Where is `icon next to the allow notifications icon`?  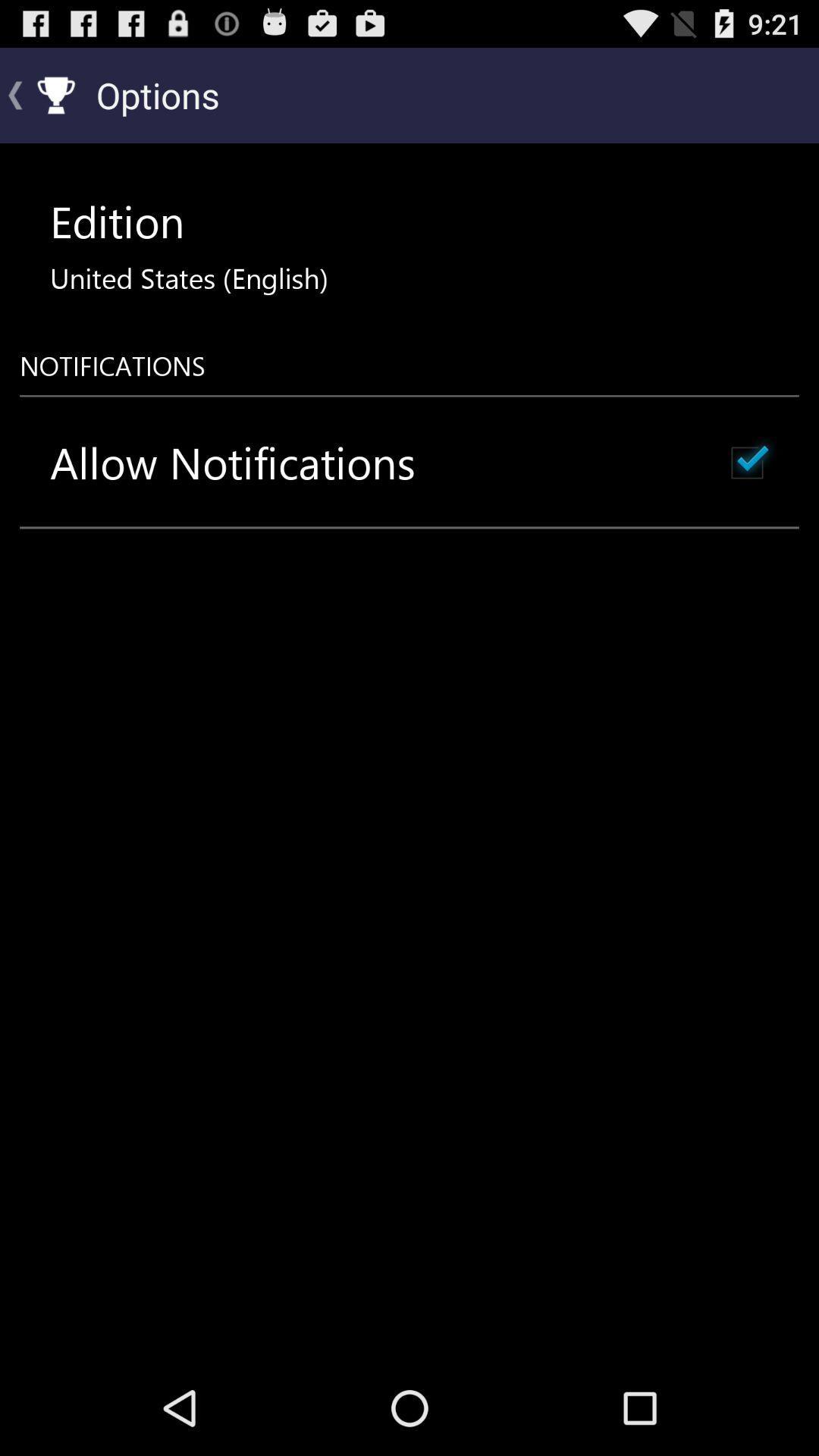
icon next to the allow notifications icon is located at coordinates (746, 462).